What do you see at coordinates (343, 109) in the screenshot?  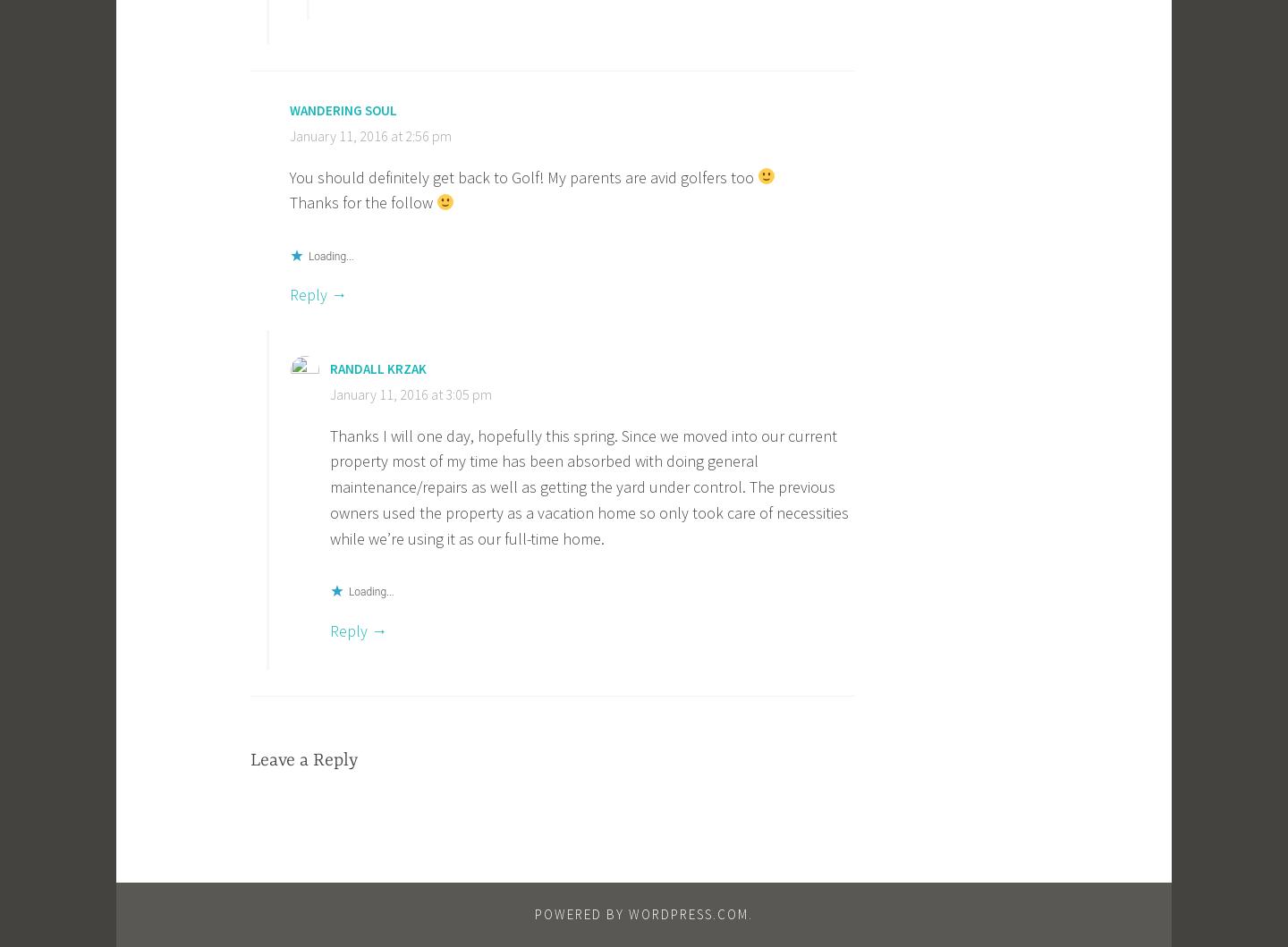 I see `'Wandering Soul'` at bounding box center [343, 109].